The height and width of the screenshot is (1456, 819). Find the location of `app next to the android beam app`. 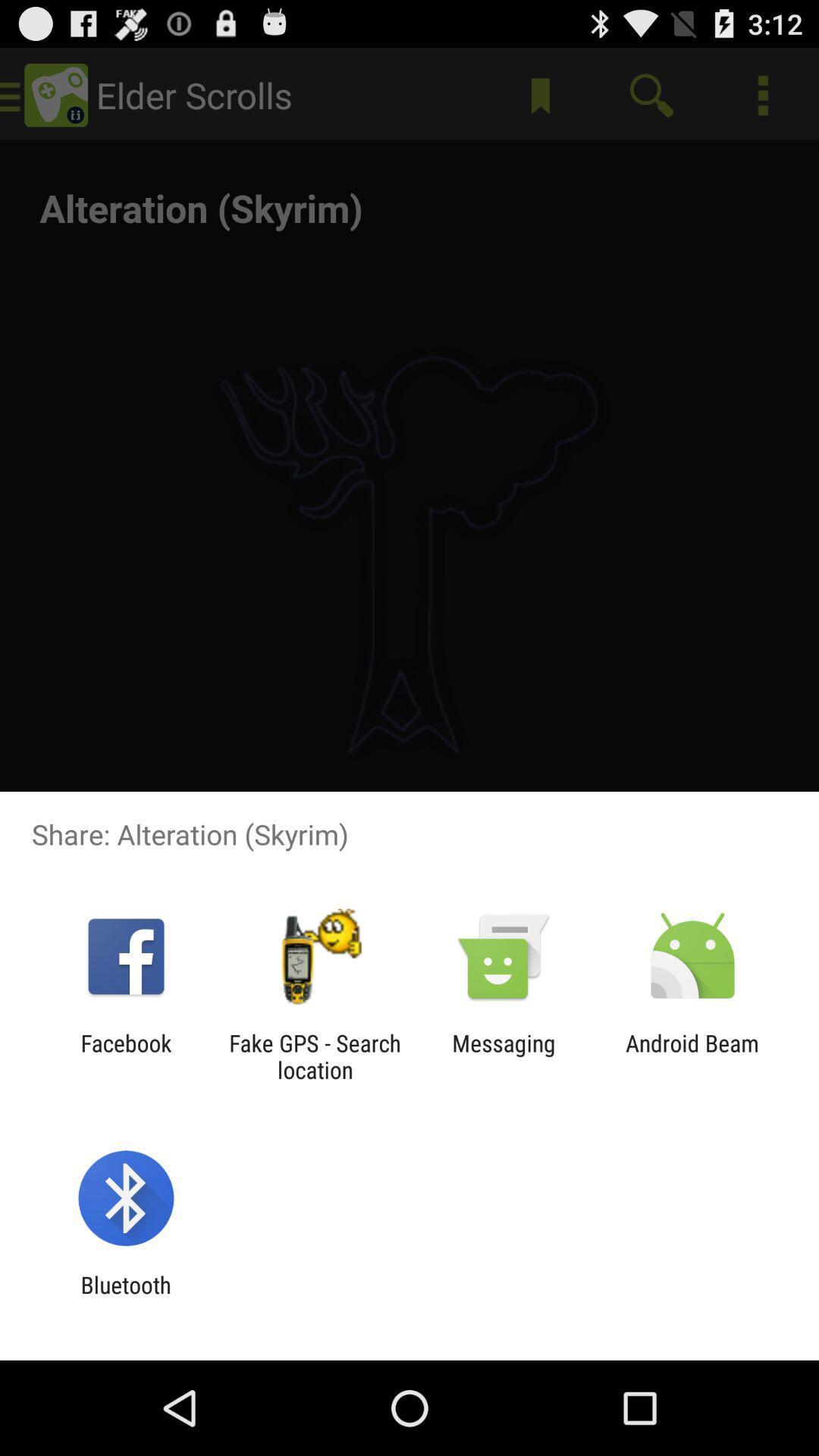

app next to the android beam app is located at coordinates (504, 1056).